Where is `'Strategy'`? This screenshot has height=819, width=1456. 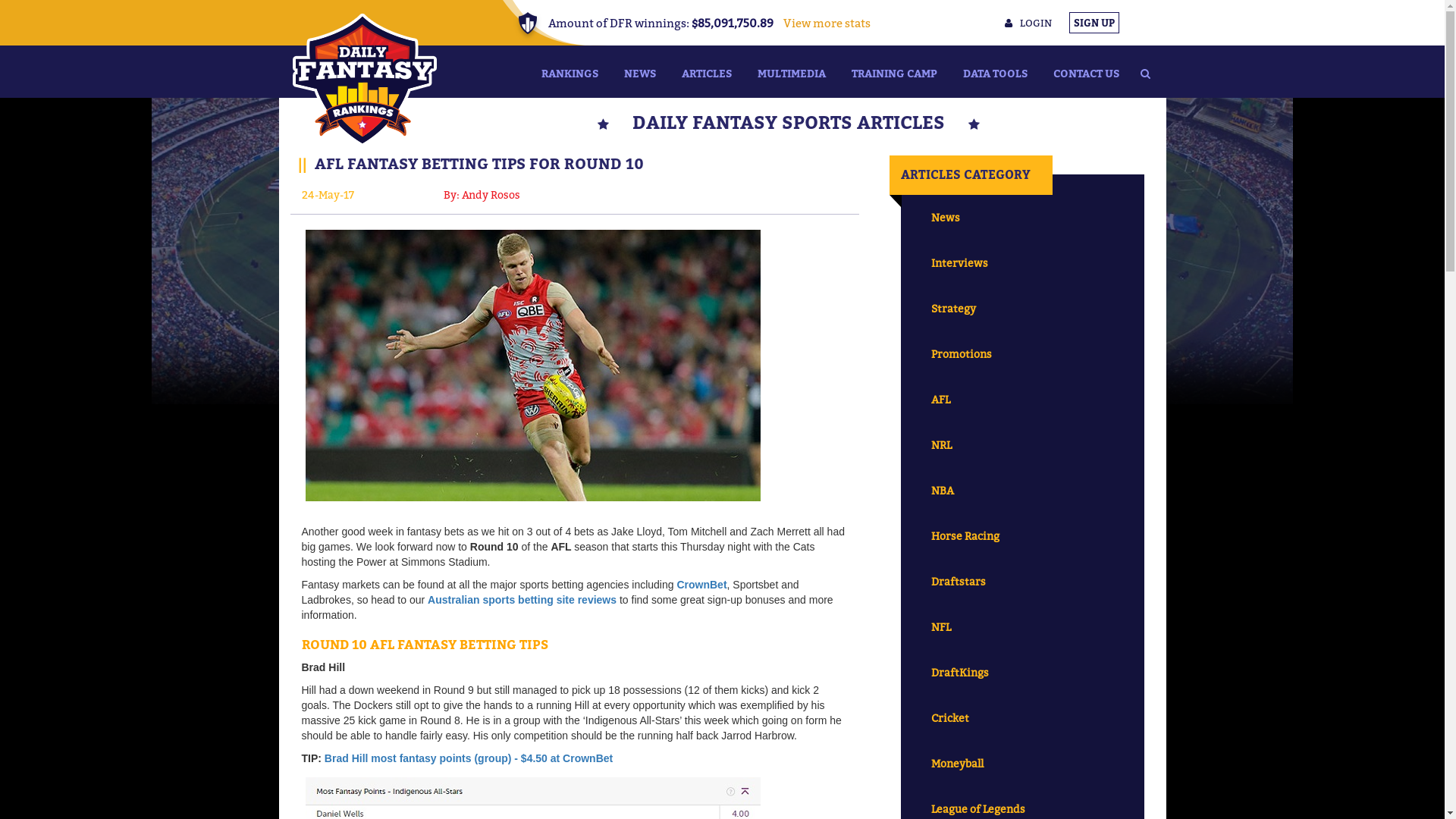
'Strategy' is located at coordinates (1022, 308).